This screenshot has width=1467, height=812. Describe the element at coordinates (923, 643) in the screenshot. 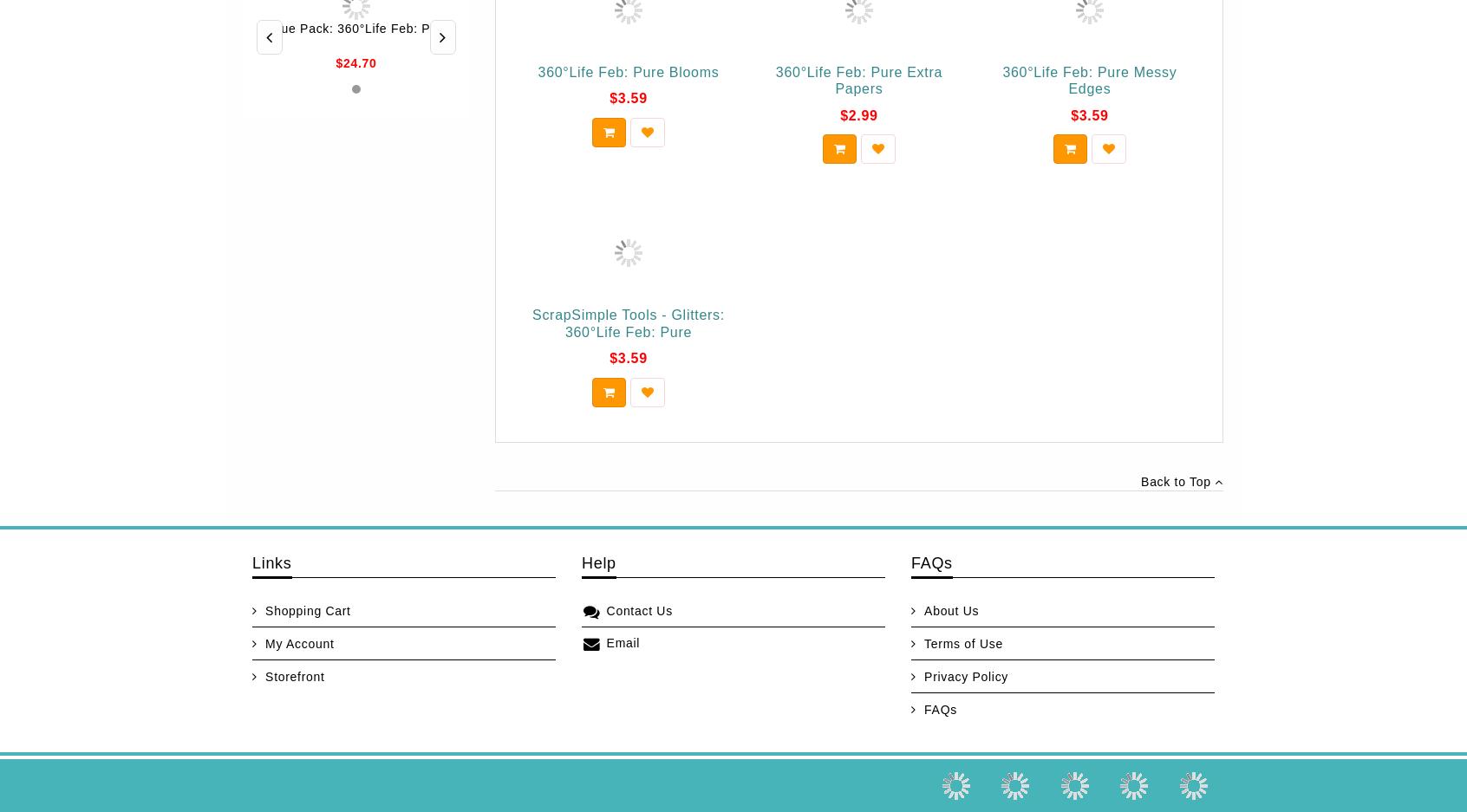

I see `'Terms of Use'` at that location.